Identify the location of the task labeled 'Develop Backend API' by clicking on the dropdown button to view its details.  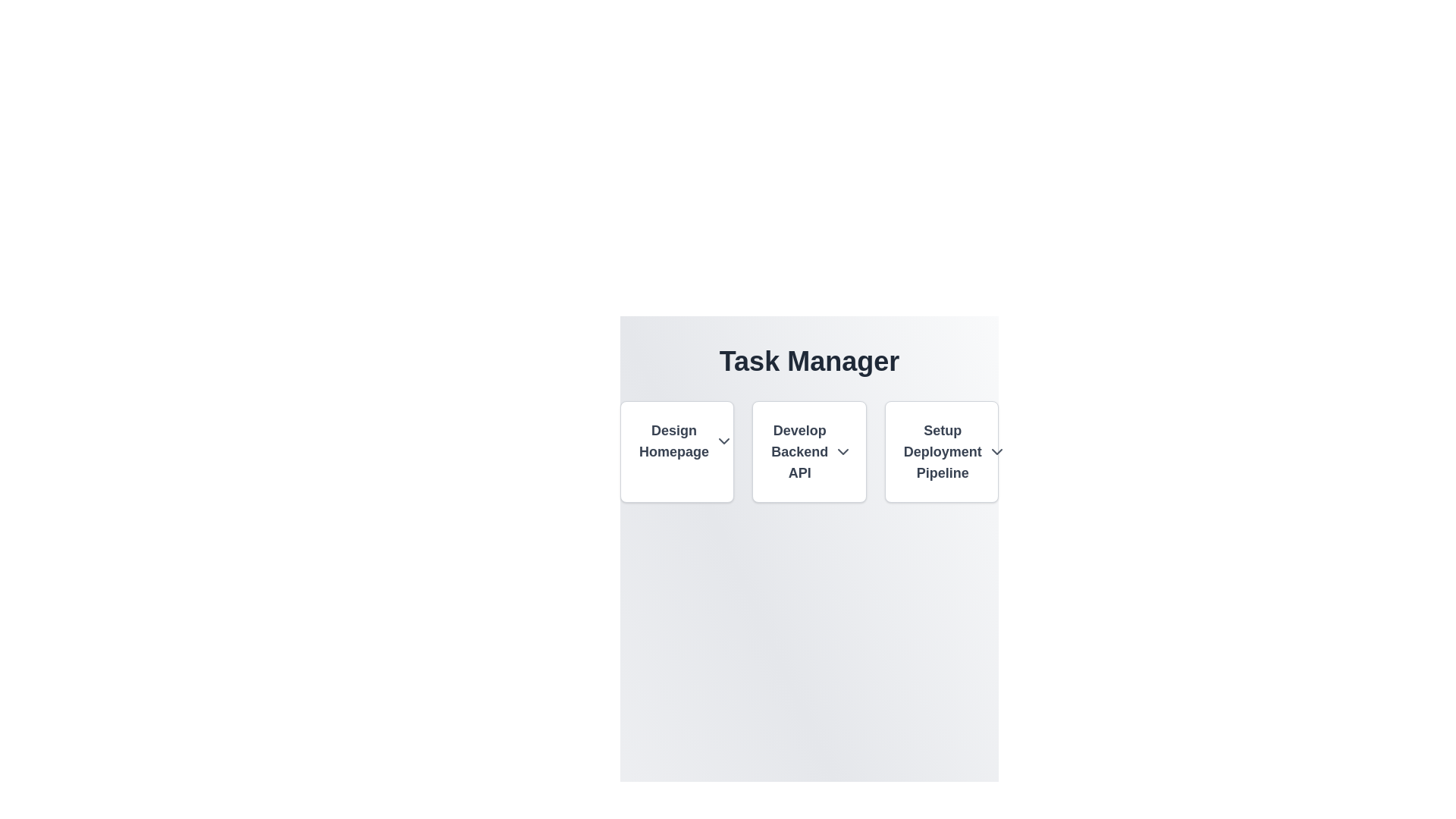
(808, 451).